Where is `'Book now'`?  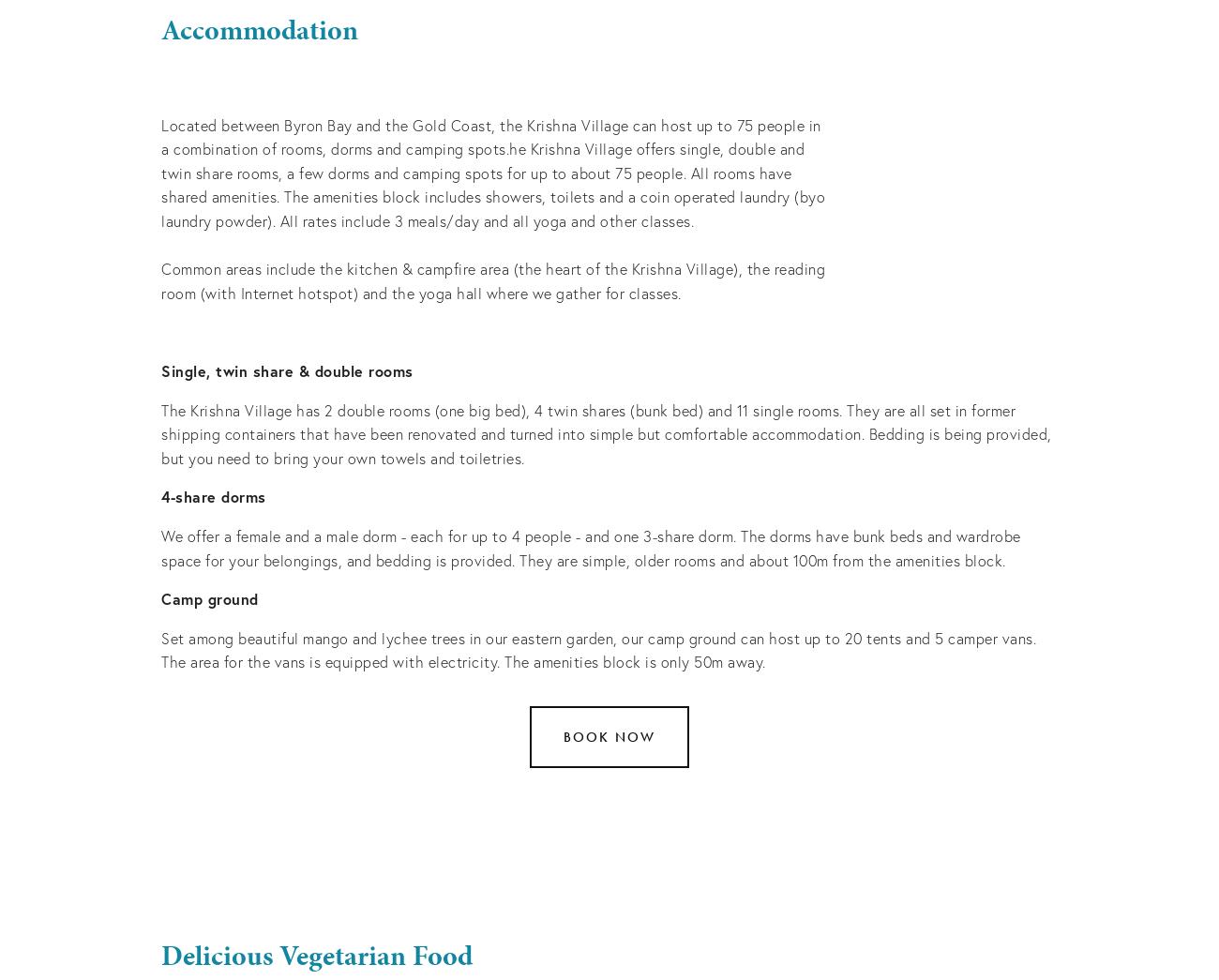 'Book now' is located at coordinates (609, 736).